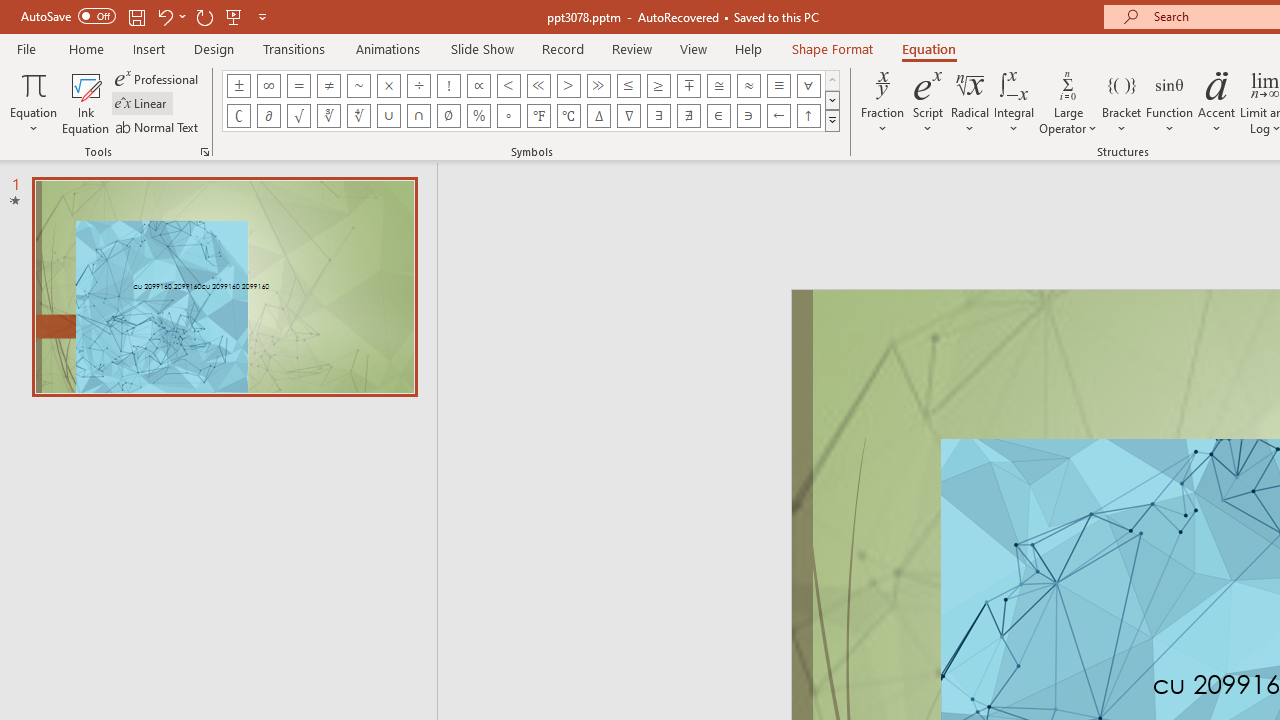 This screenshot has height=720, width=1280. I want to click on 'Large Operator', so click(1067, 103).